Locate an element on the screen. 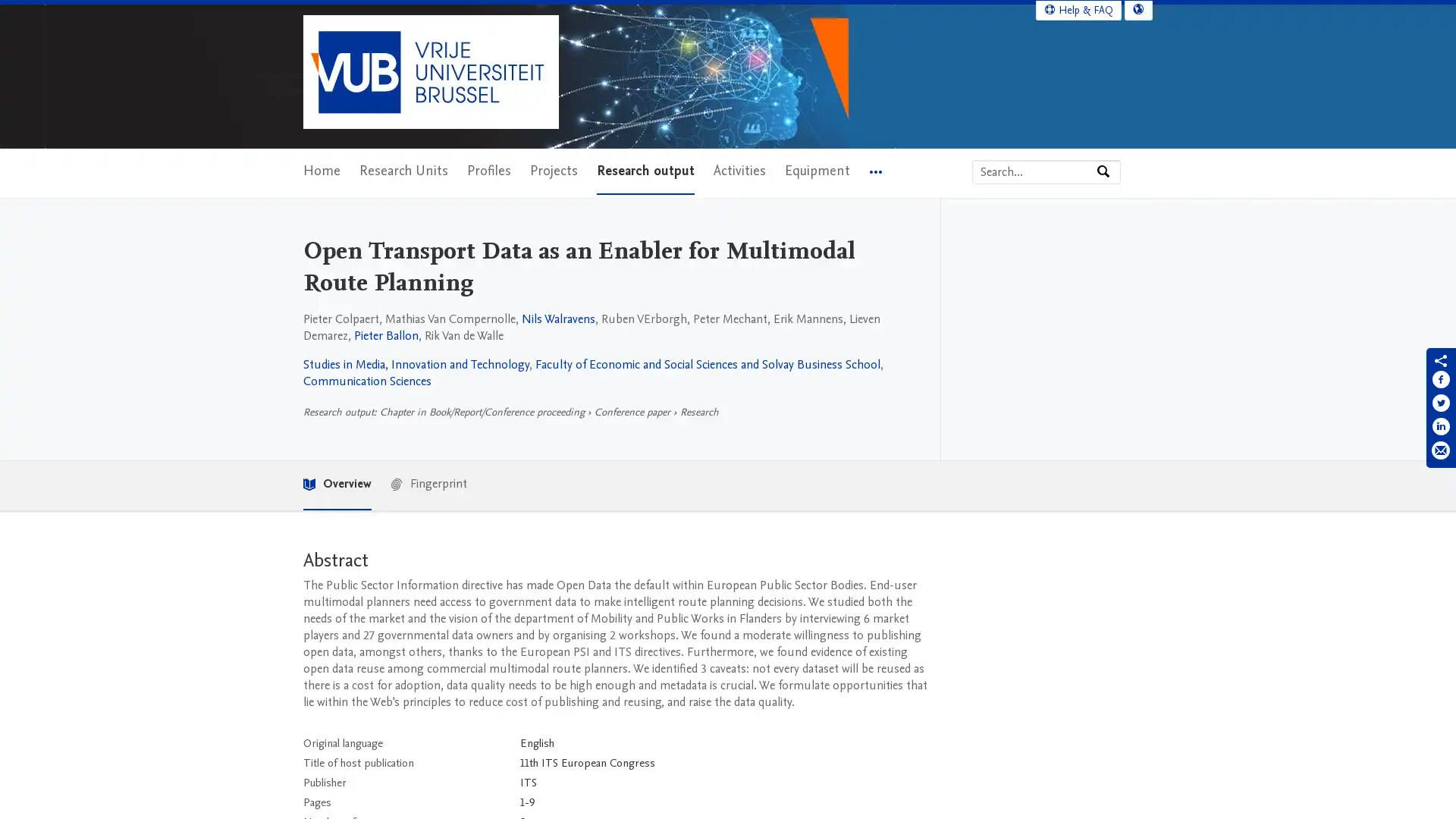  Search is located at coordinates (1107, 171).